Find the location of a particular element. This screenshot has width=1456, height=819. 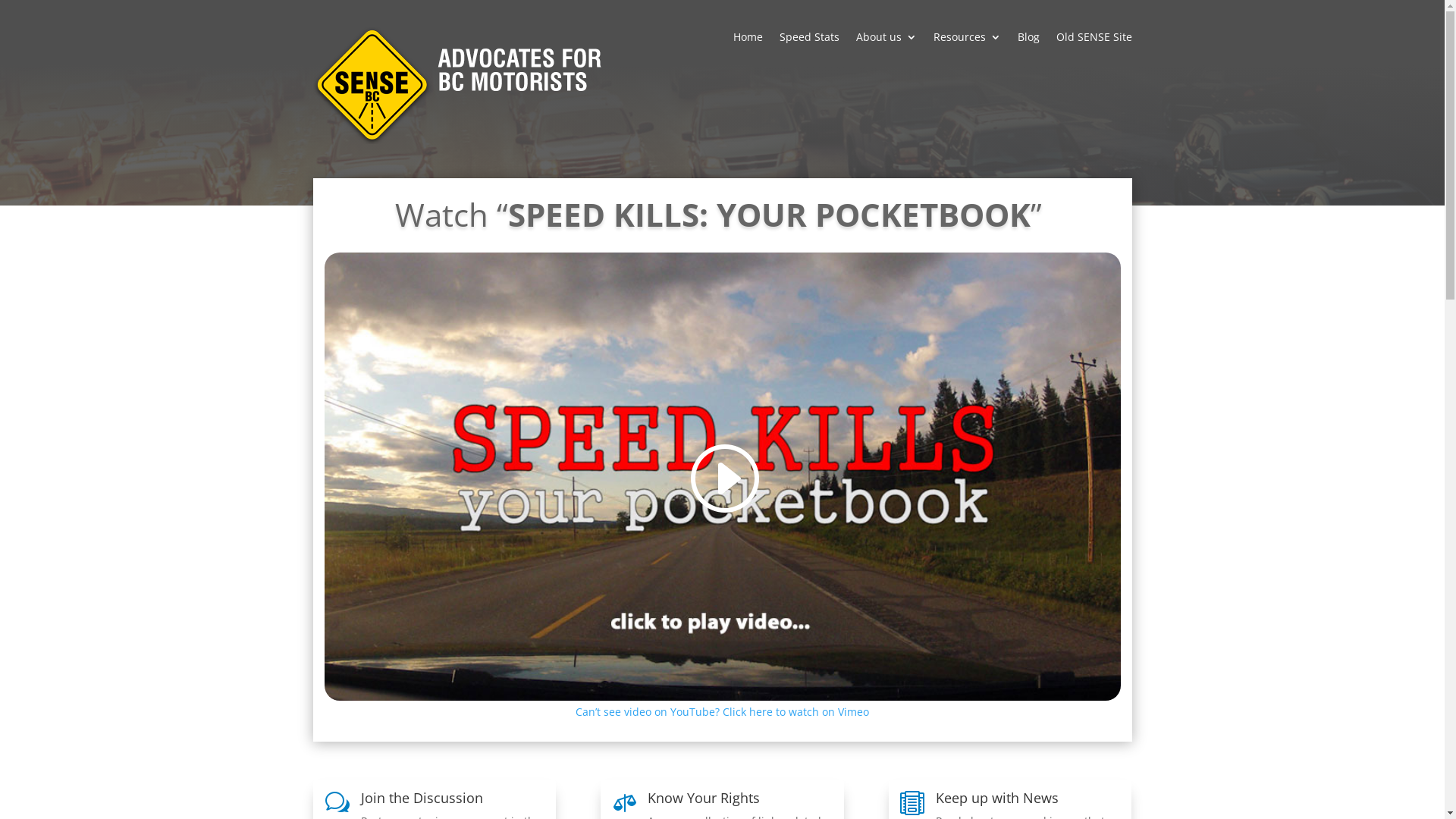

'Resources' is located at coordinates (965, 47).